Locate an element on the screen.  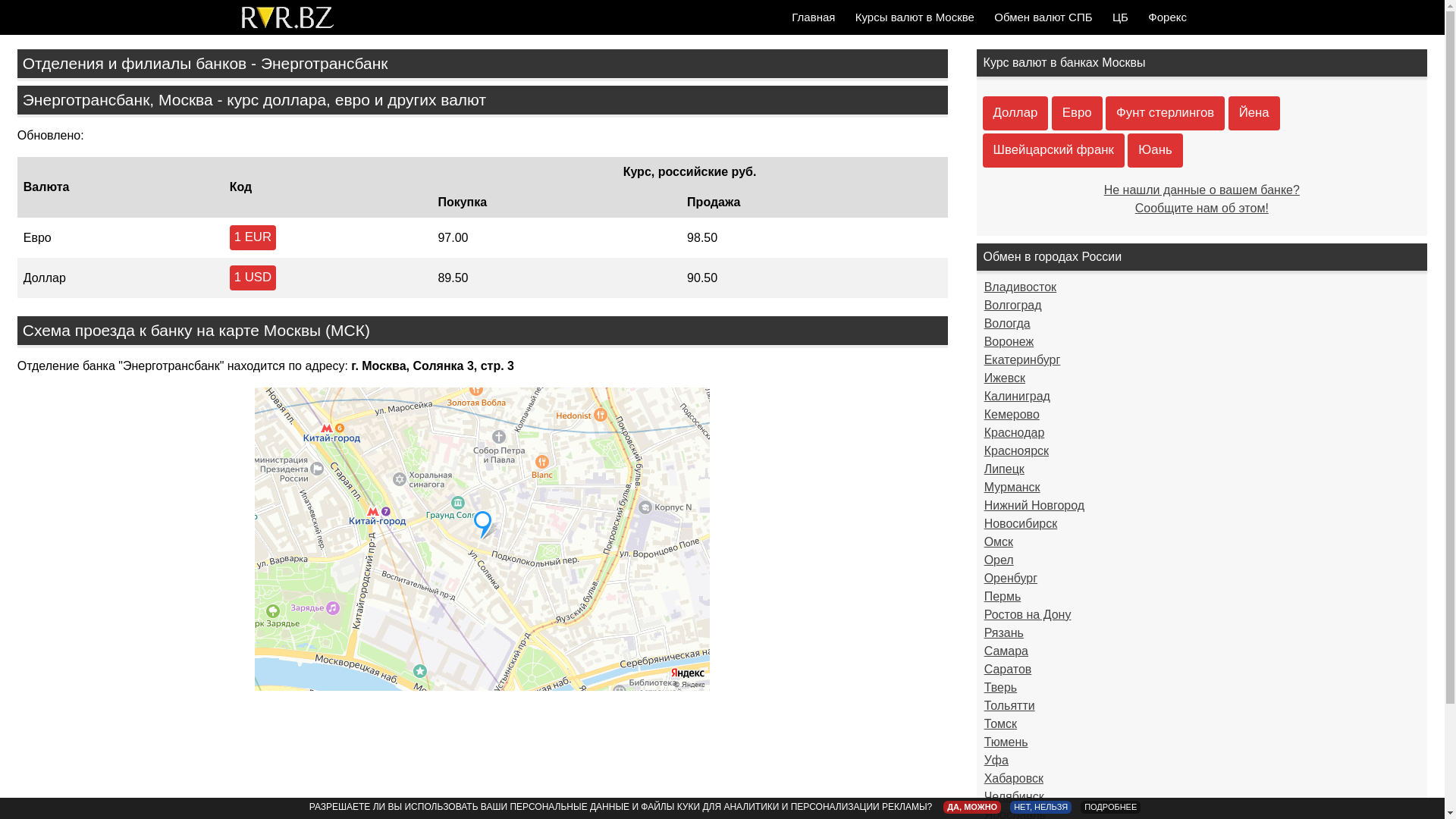
'1 EUR' is located at coordinates (228, 237).